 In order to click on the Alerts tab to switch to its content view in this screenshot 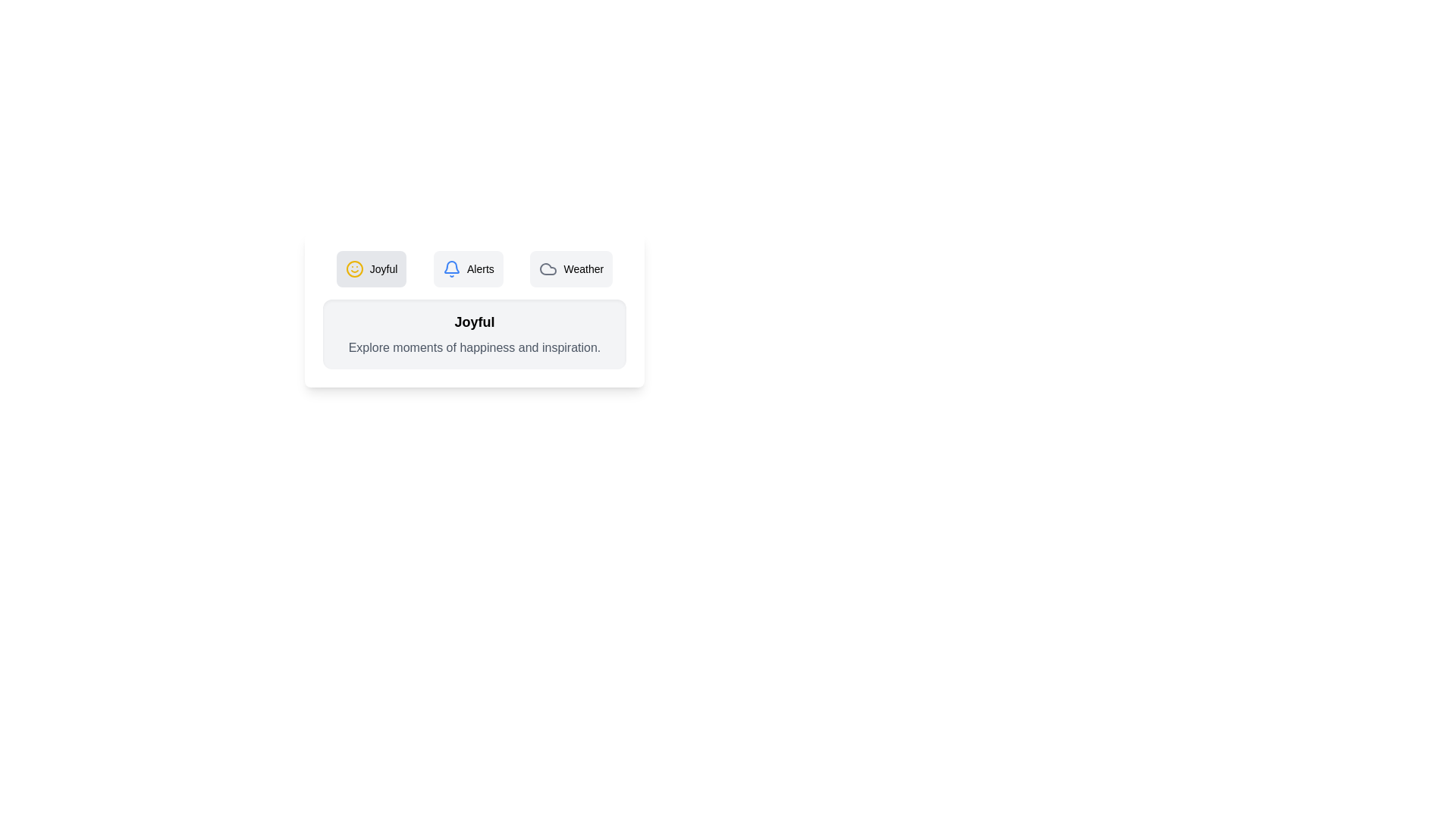, I will do `click(467, 268)`.